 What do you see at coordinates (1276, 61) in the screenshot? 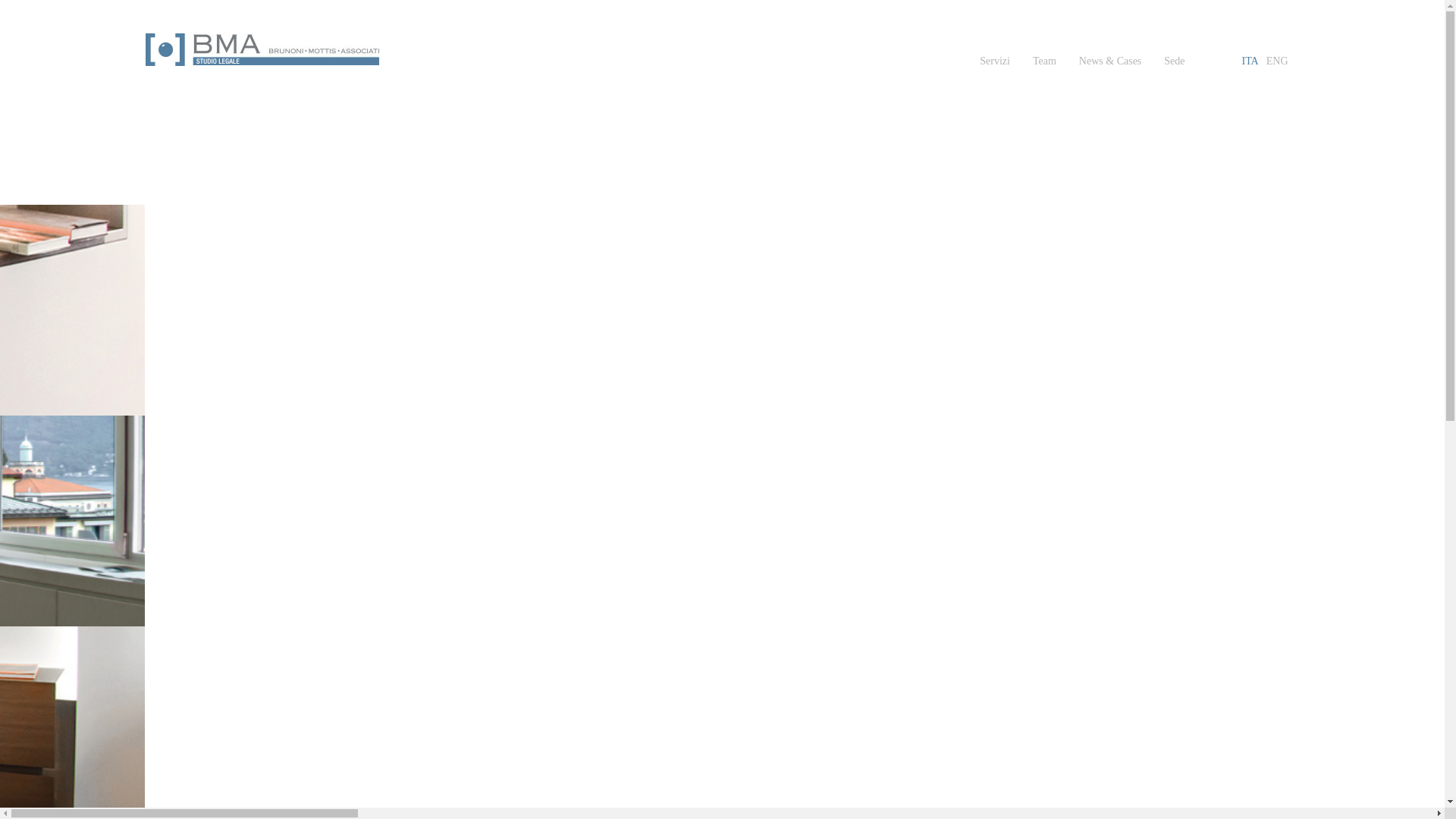
I see `'ENG'` at bounding box center [1276, 61].